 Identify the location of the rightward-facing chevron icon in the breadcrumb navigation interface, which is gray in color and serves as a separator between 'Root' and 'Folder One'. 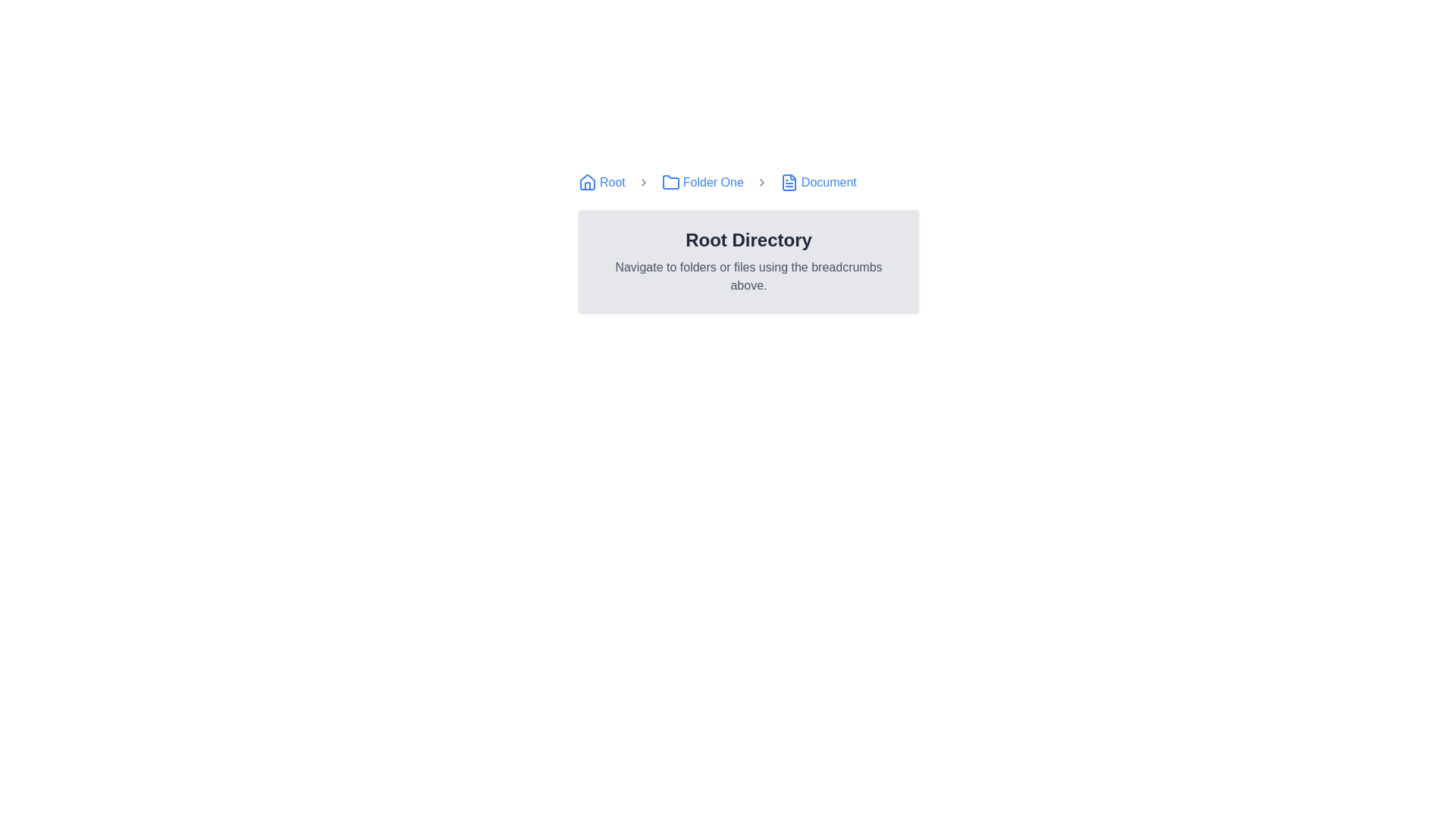
(643, 181).